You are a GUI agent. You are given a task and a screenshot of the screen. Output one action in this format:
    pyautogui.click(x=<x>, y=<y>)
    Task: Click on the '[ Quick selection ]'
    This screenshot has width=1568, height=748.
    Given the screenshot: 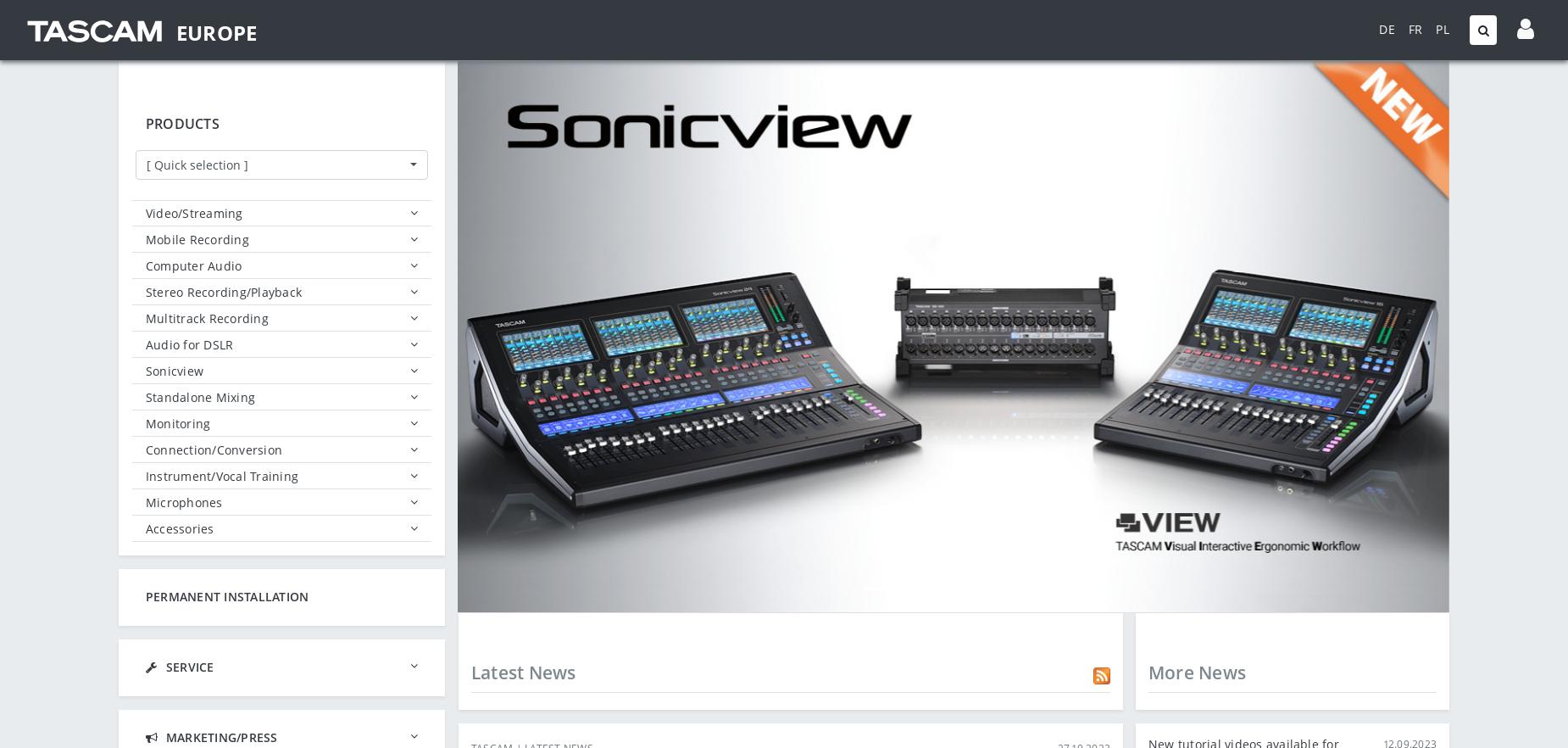 What is the action you would take?
    pyautogui.click(x=196, y=165)
    